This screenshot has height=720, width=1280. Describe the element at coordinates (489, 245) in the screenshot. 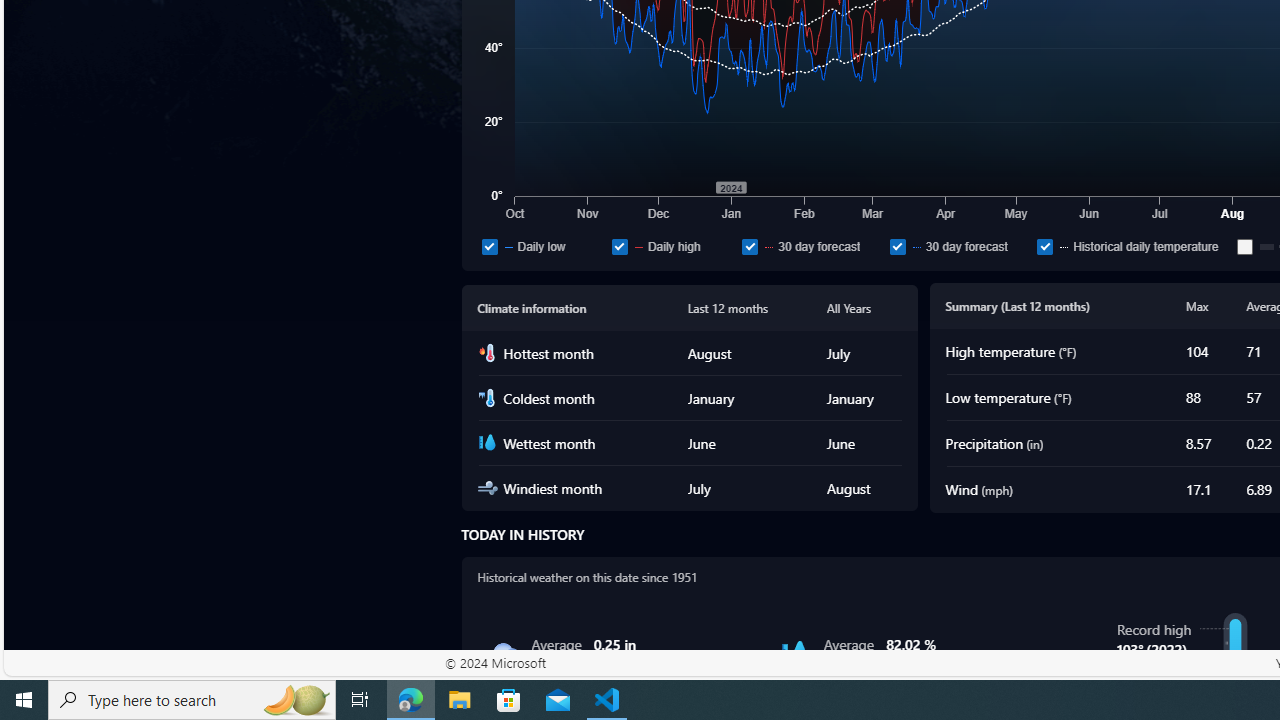

I see `'Daily low'` at that location.